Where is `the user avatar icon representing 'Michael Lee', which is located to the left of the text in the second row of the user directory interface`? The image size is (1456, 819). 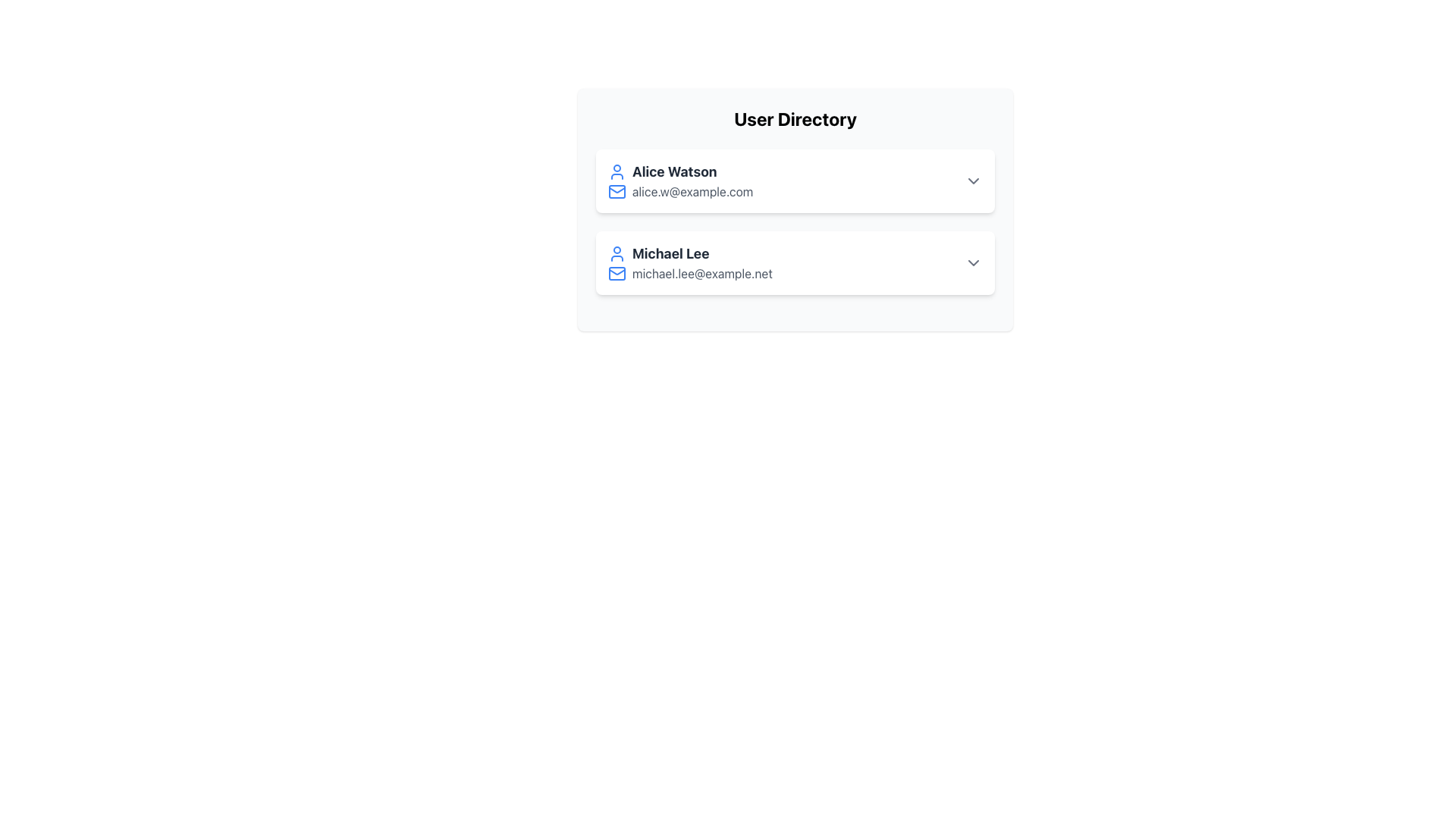
the user avatar icon representing 'Michael Lee', which is located to the left of the text in the second row of the user directory interface is located at coordinates (617, 253).